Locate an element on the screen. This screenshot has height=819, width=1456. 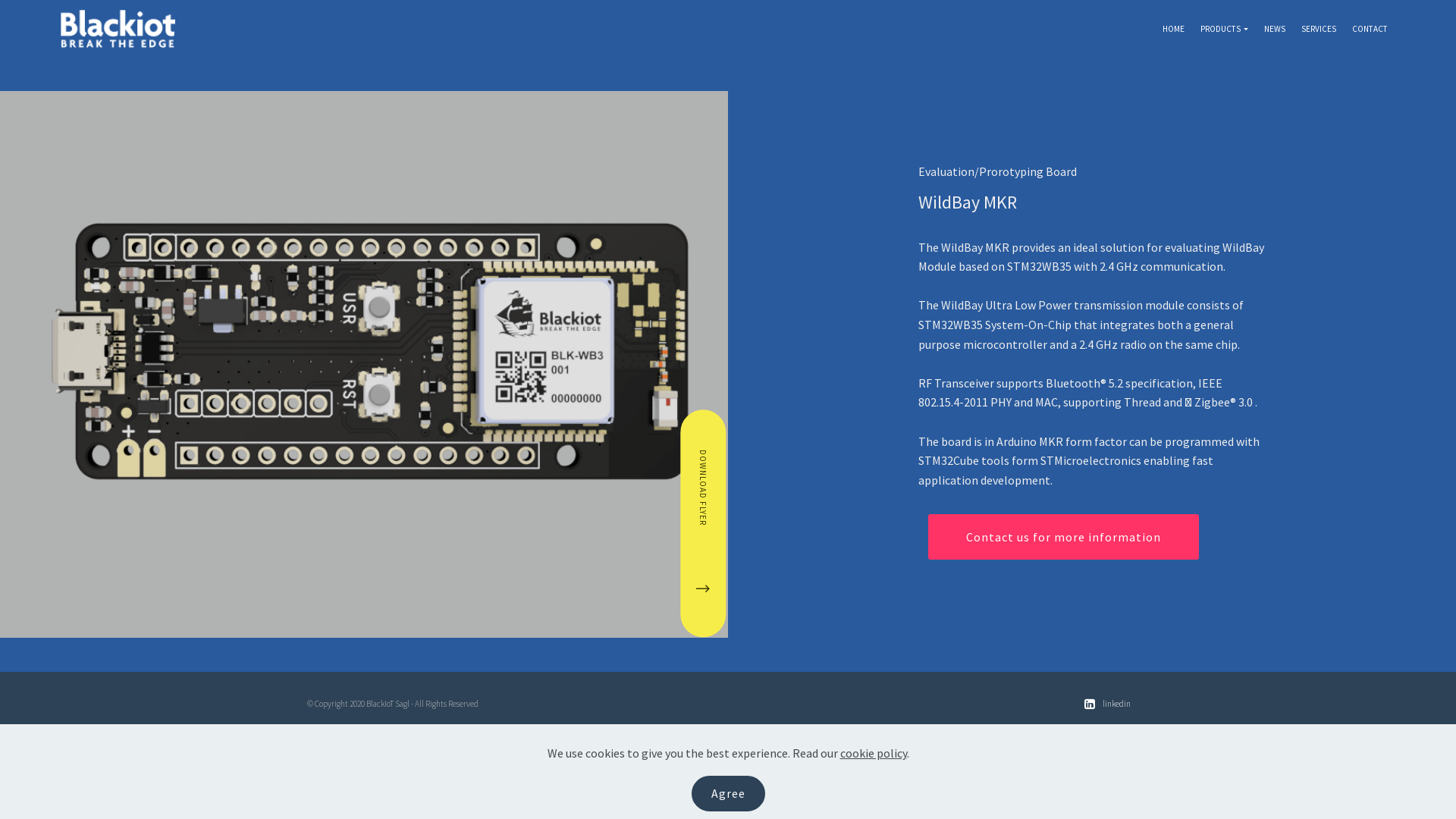
'linkedin' is located at coordinates (1116, 704).